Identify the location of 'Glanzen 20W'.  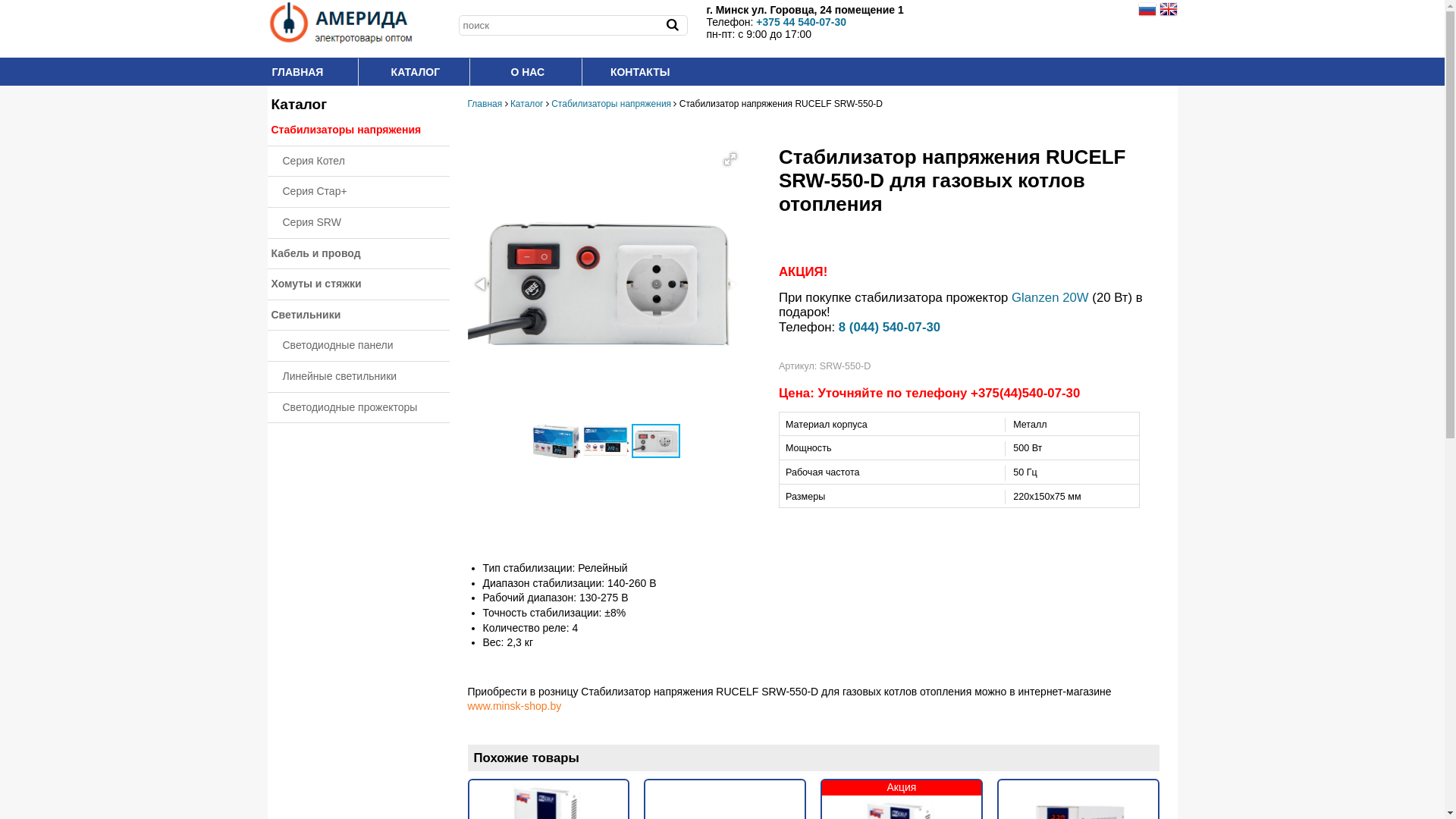
(1050, 297).